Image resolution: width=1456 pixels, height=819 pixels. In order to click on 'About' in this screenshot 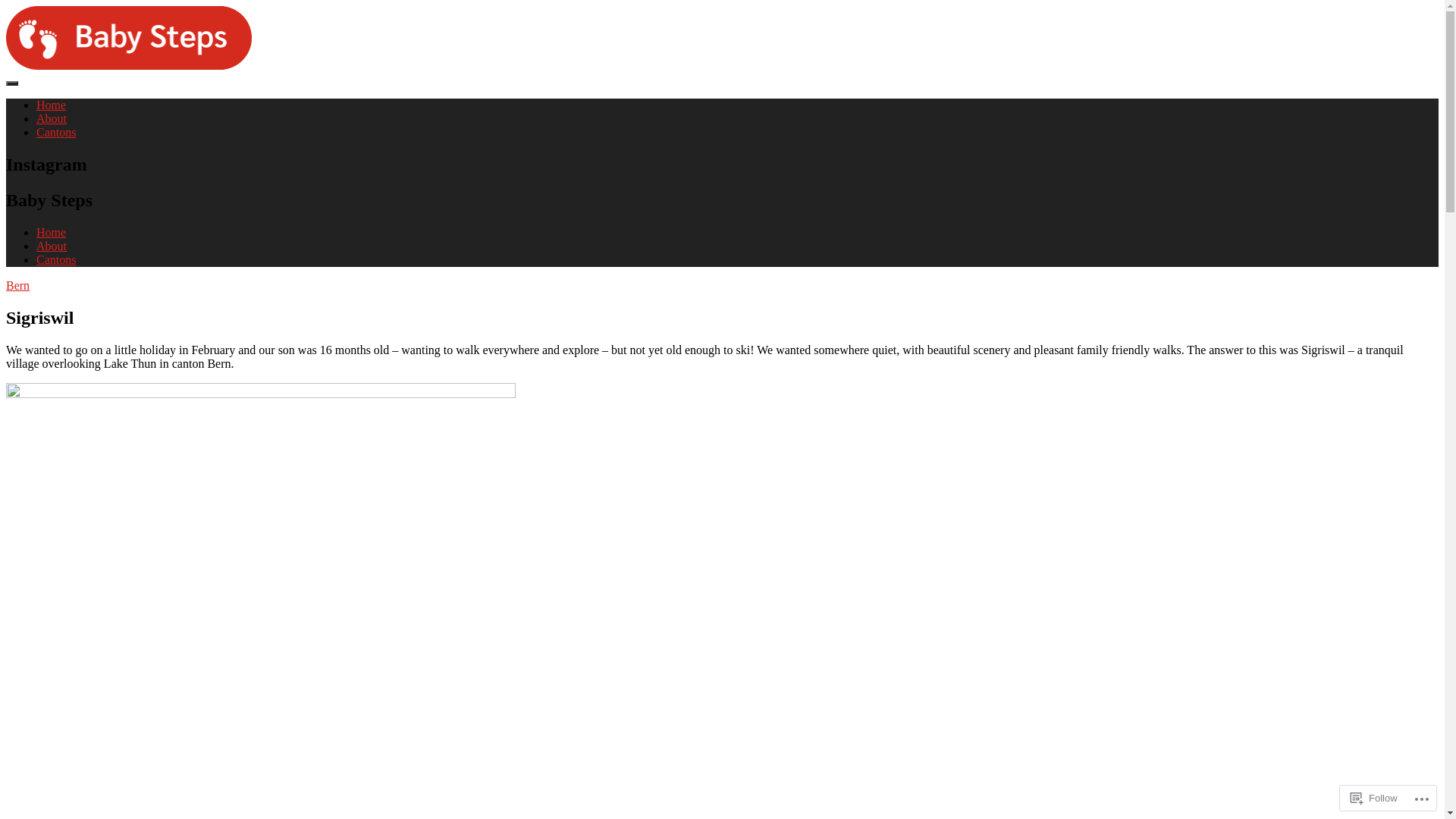, I will do `click(51, 245)`.